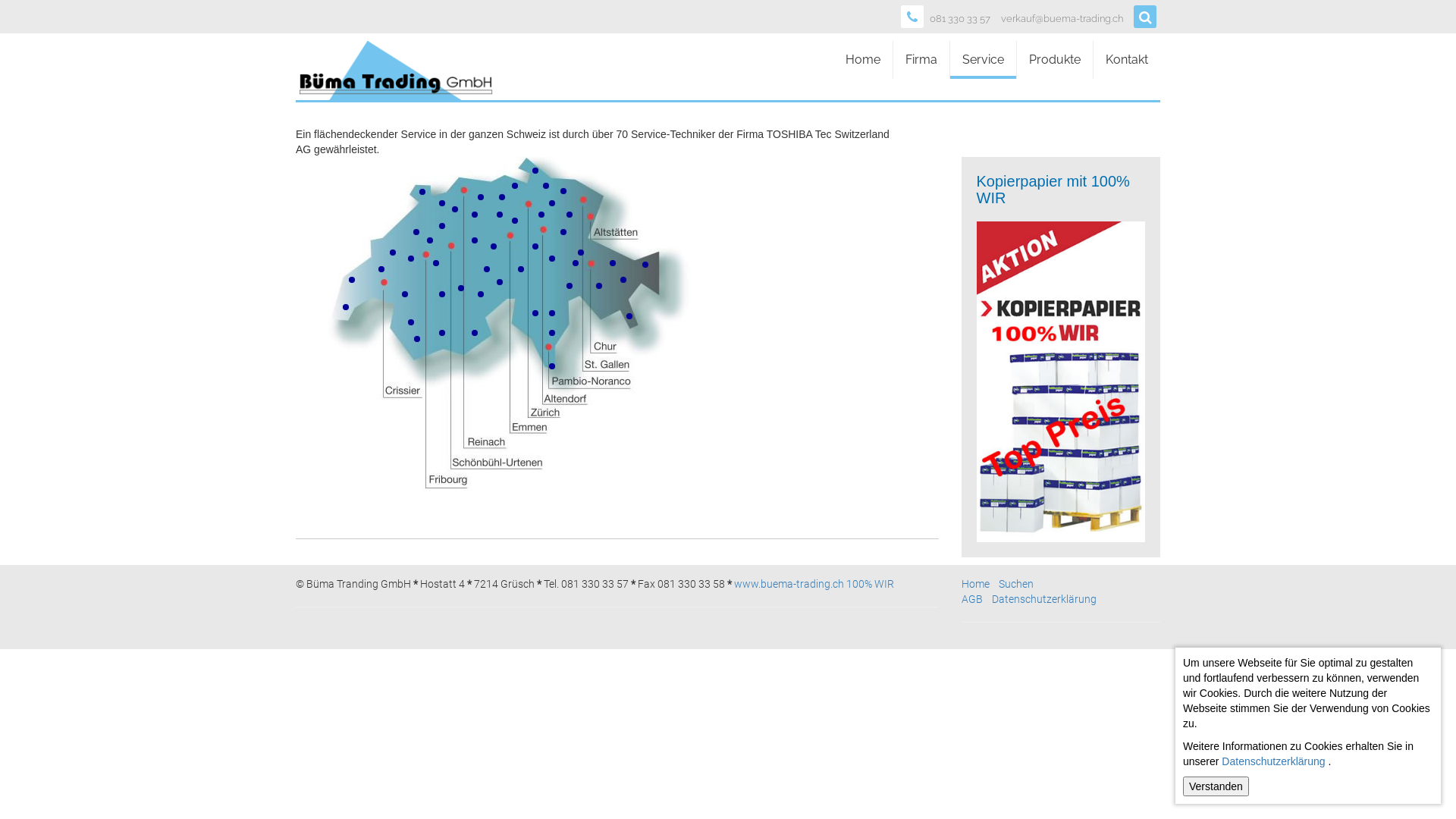 This screenshot has height=819, width=1456. What do you see at coordinates (1015, 583) in the screenshot?
I see `'Suchen'` at bounding box center [1015, 583].